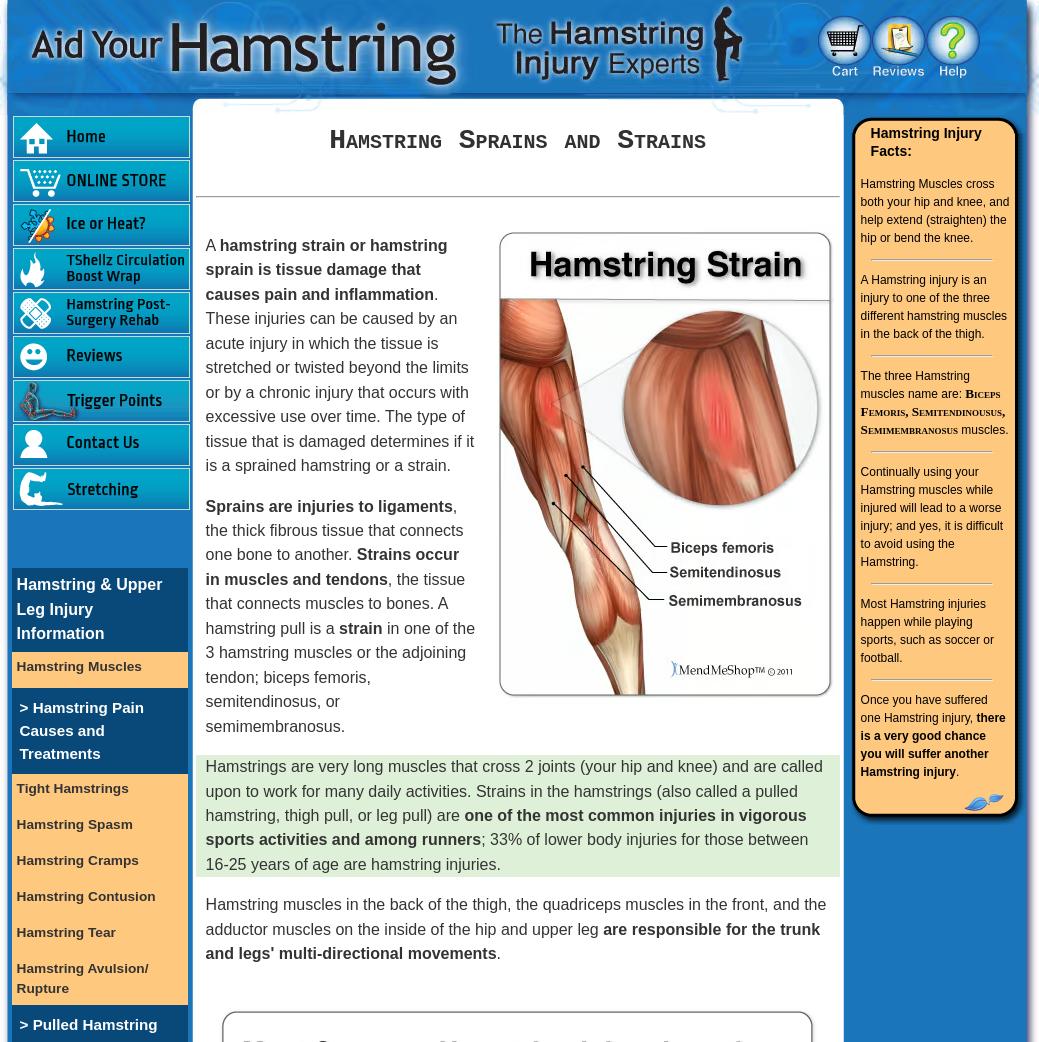 This screenshot has width=1039, height=1042. I want to click on 'Hamstrings are very long muscles that cross 2 joints (your hip and knee) and are called upon to work for many daily activities. Strains in the hamstrings (also called a pulled hamstring, thigh pull, or leg pull) are', so click(512, 790).